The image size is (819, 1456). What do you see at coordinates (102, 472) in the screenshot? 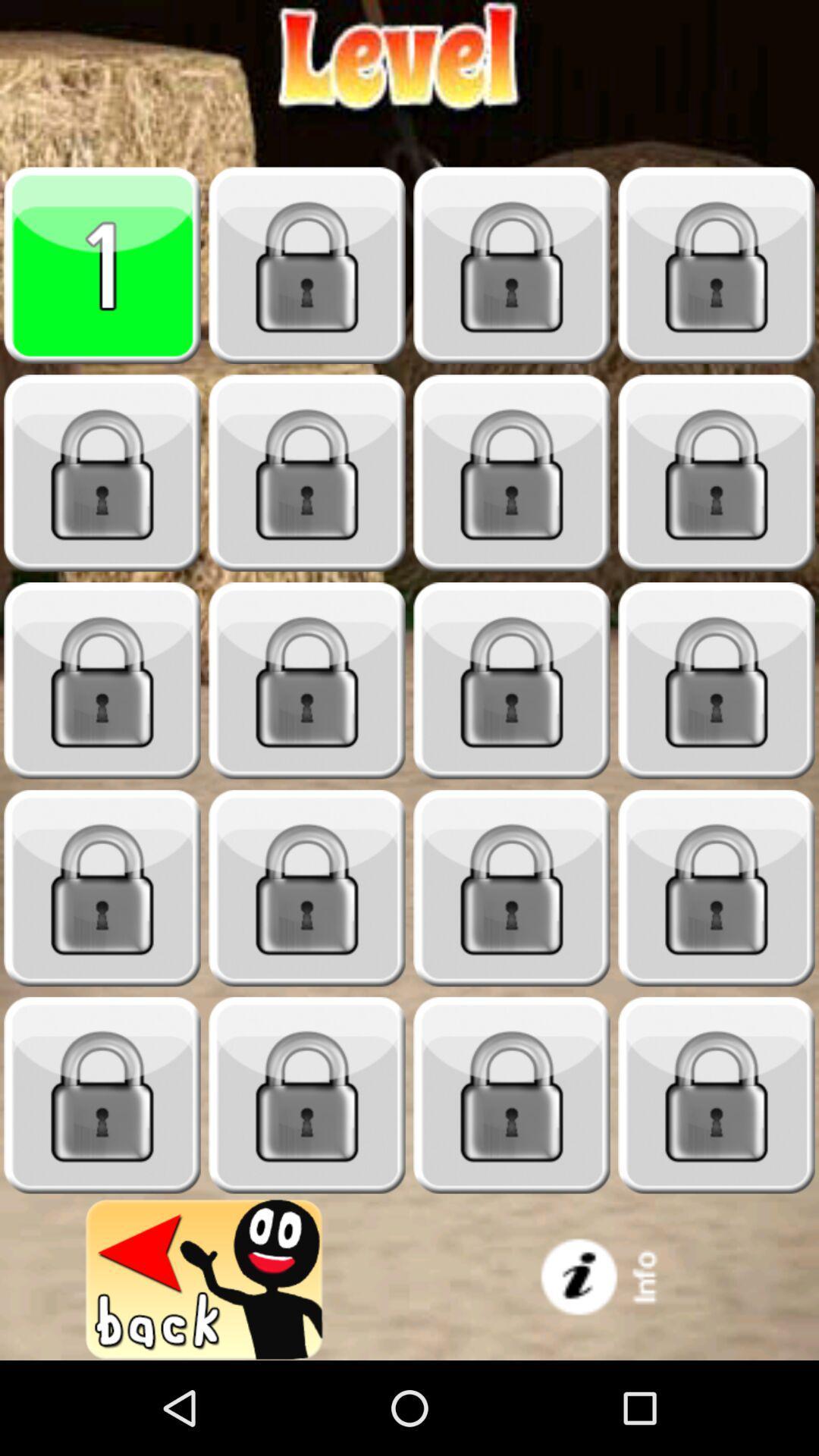
I see `see what is behind the lock icon` at bounding box center [102, 472].